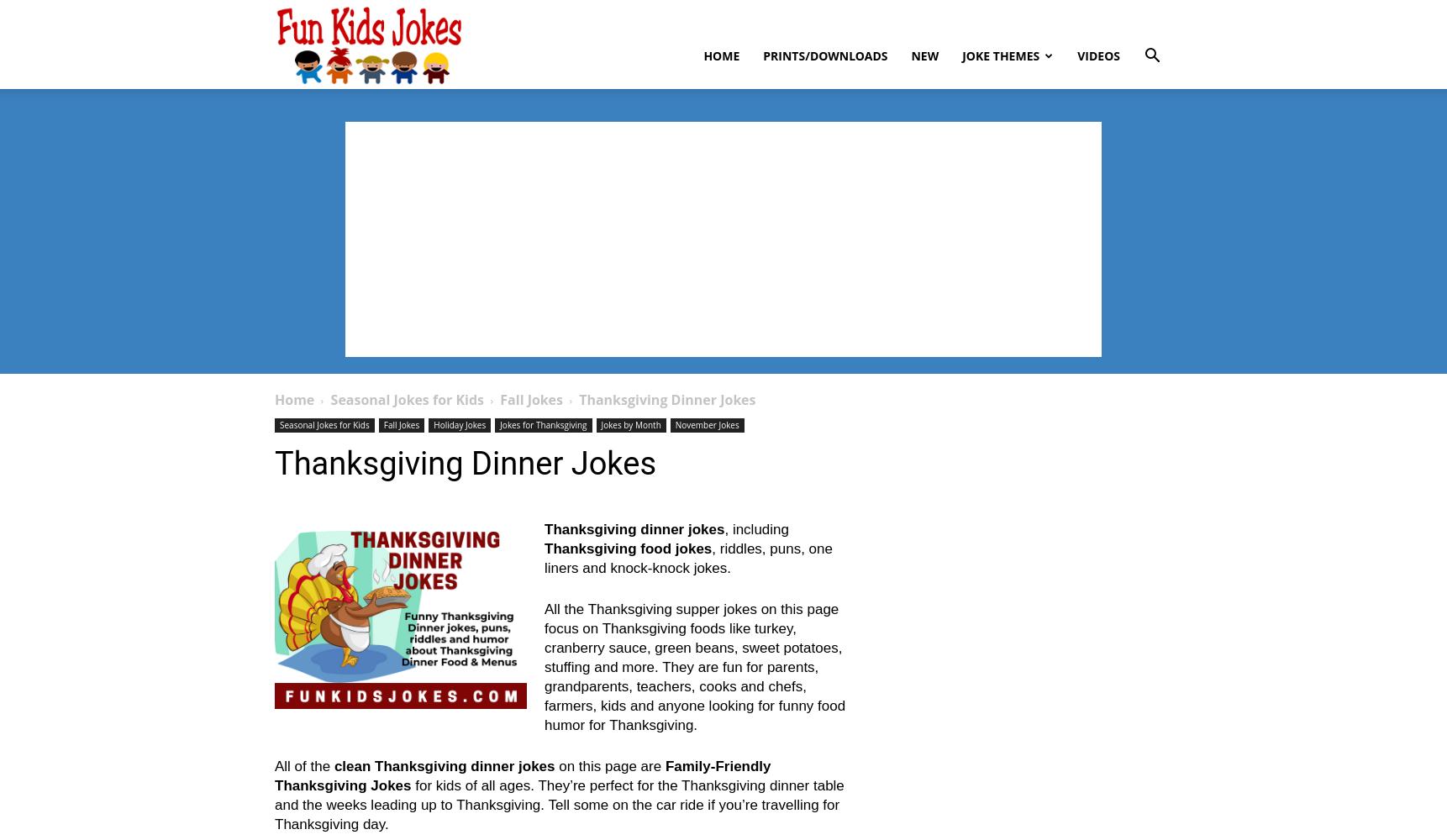 This screenshot has width=1447, height=840. I want to click on ', riddles, puns, one liners and knock-knock jokes.', so click(687, 559).